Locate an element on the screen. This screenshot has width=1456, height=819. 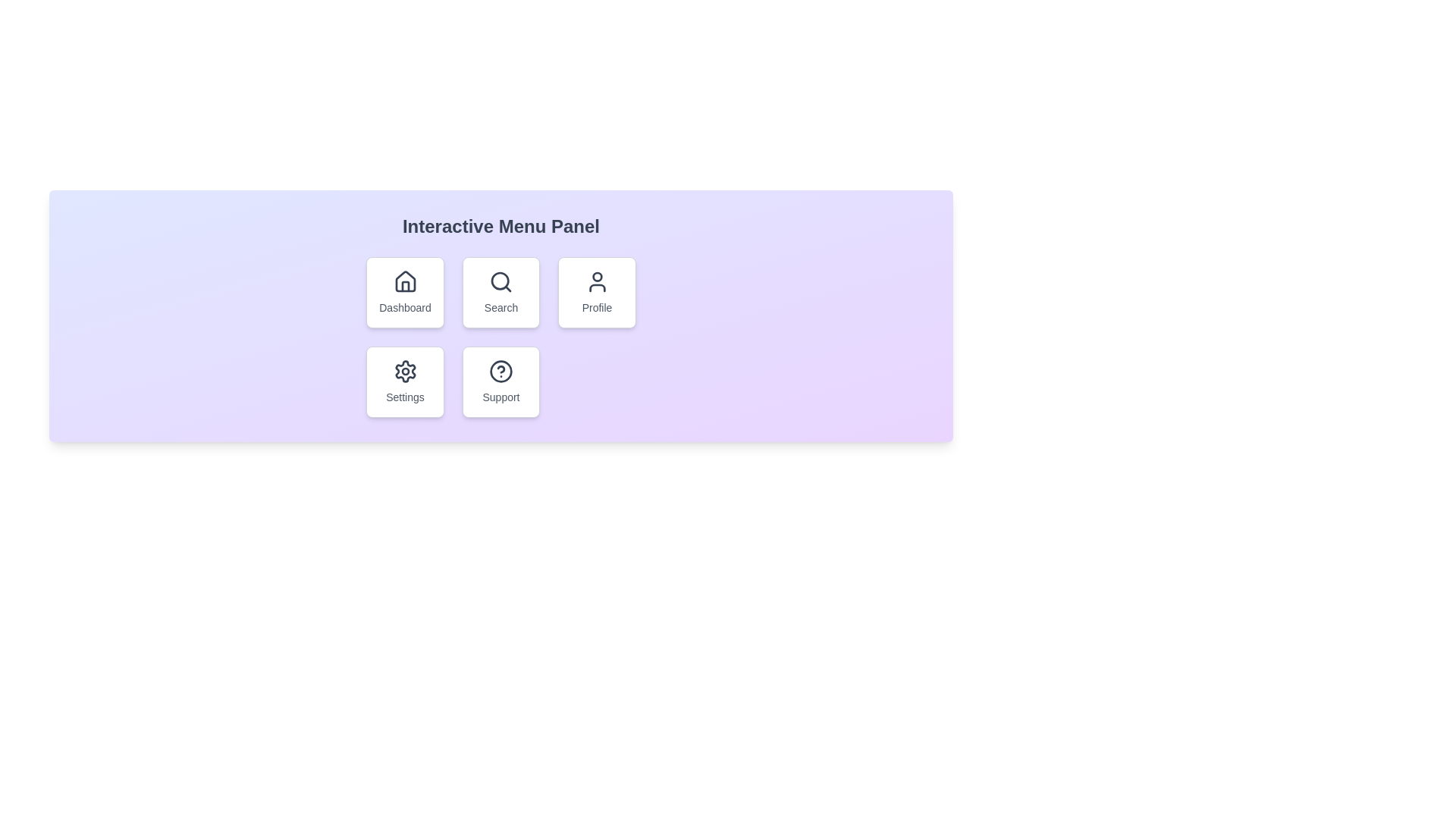
the 'Dashboard' icon located in the top-left card of the 3x2 grid layout, which contains a house icon and the text 'Dashboard' is located at coordinates (405, 281).